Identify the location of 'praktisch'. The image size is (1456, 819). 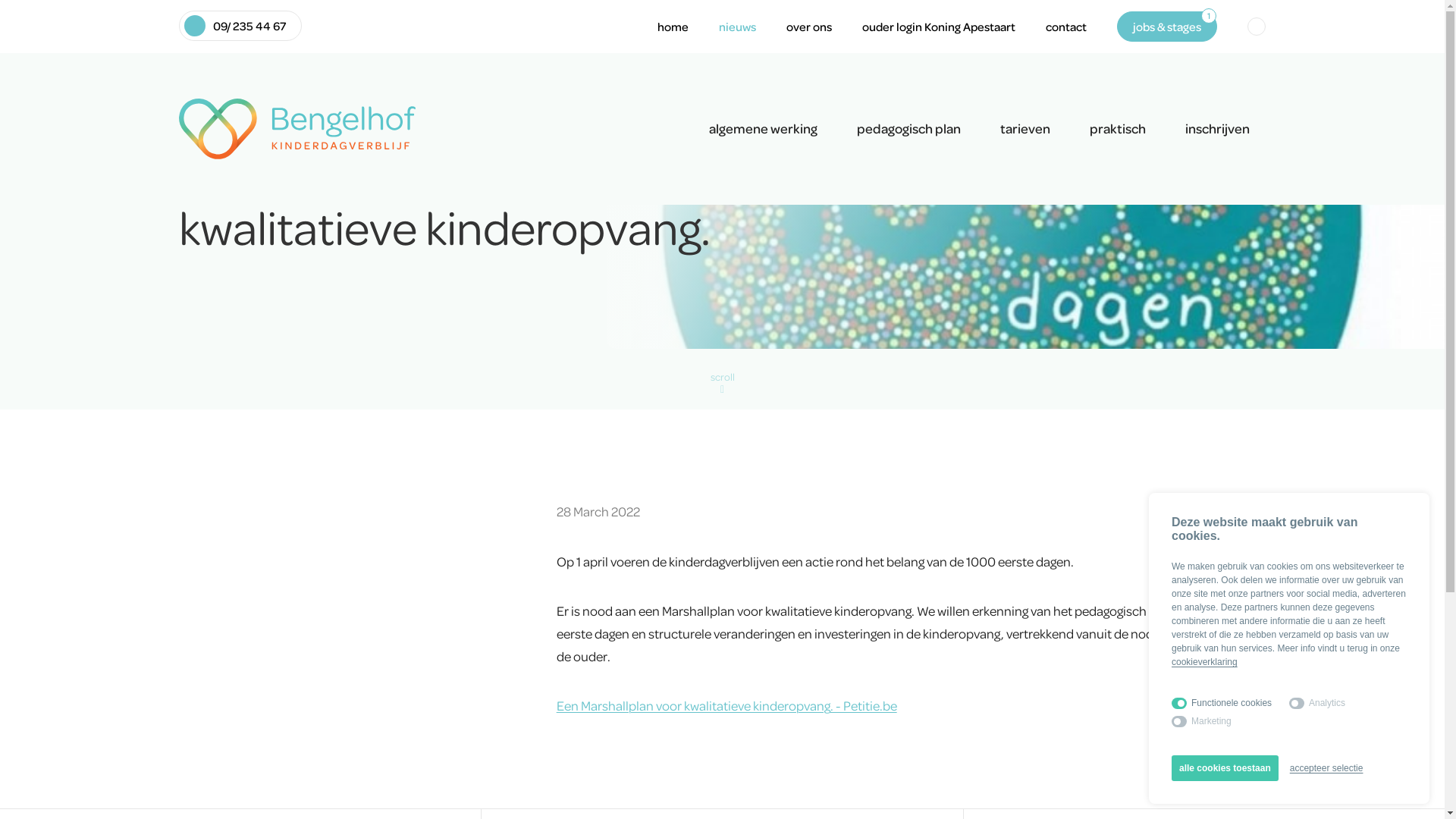
(1117, 127).